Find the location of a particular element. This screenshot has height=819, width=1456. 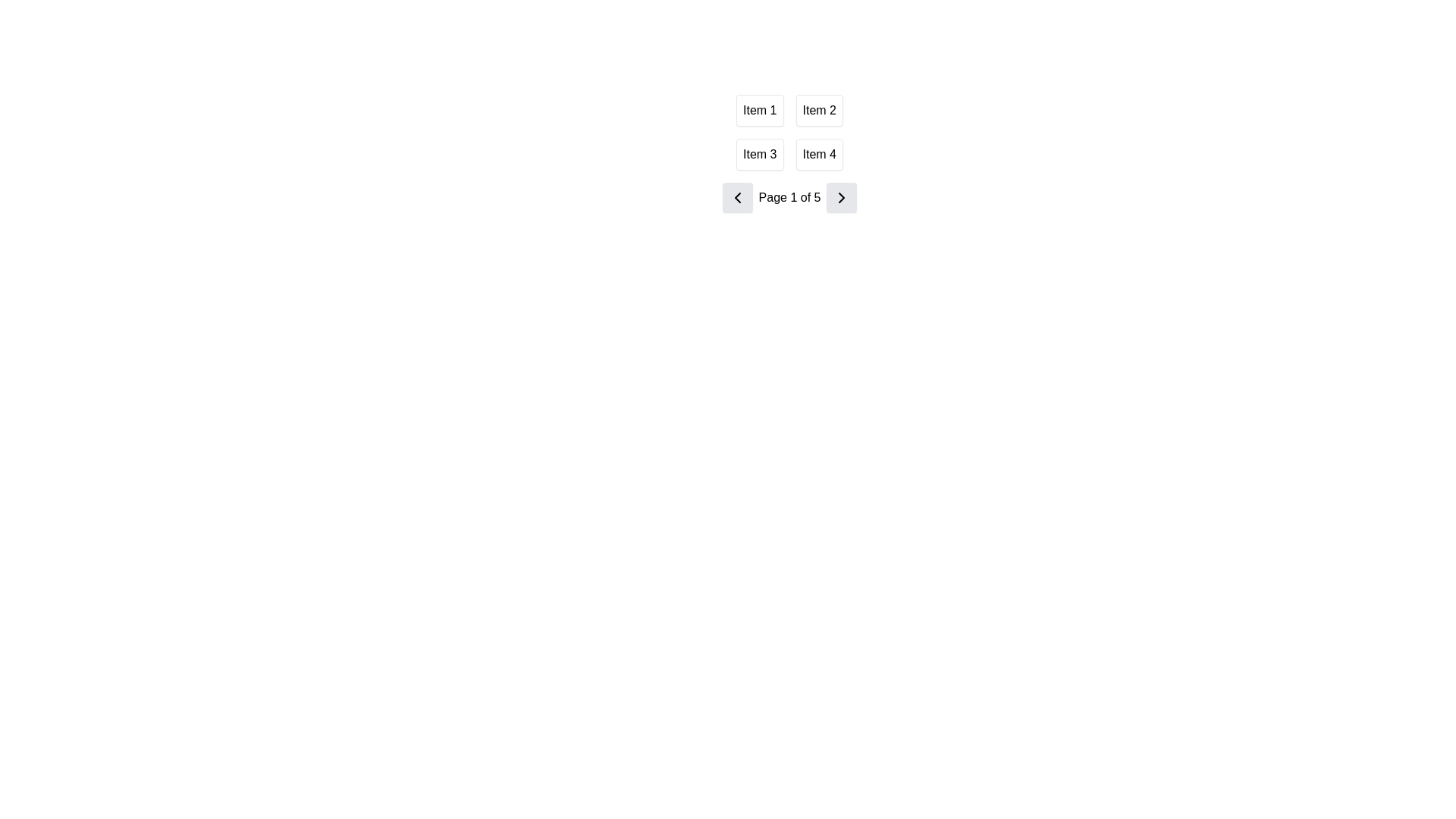

the right-facing chevron icon inside the last button of the pagination bar is located at coordinates (840, 197).